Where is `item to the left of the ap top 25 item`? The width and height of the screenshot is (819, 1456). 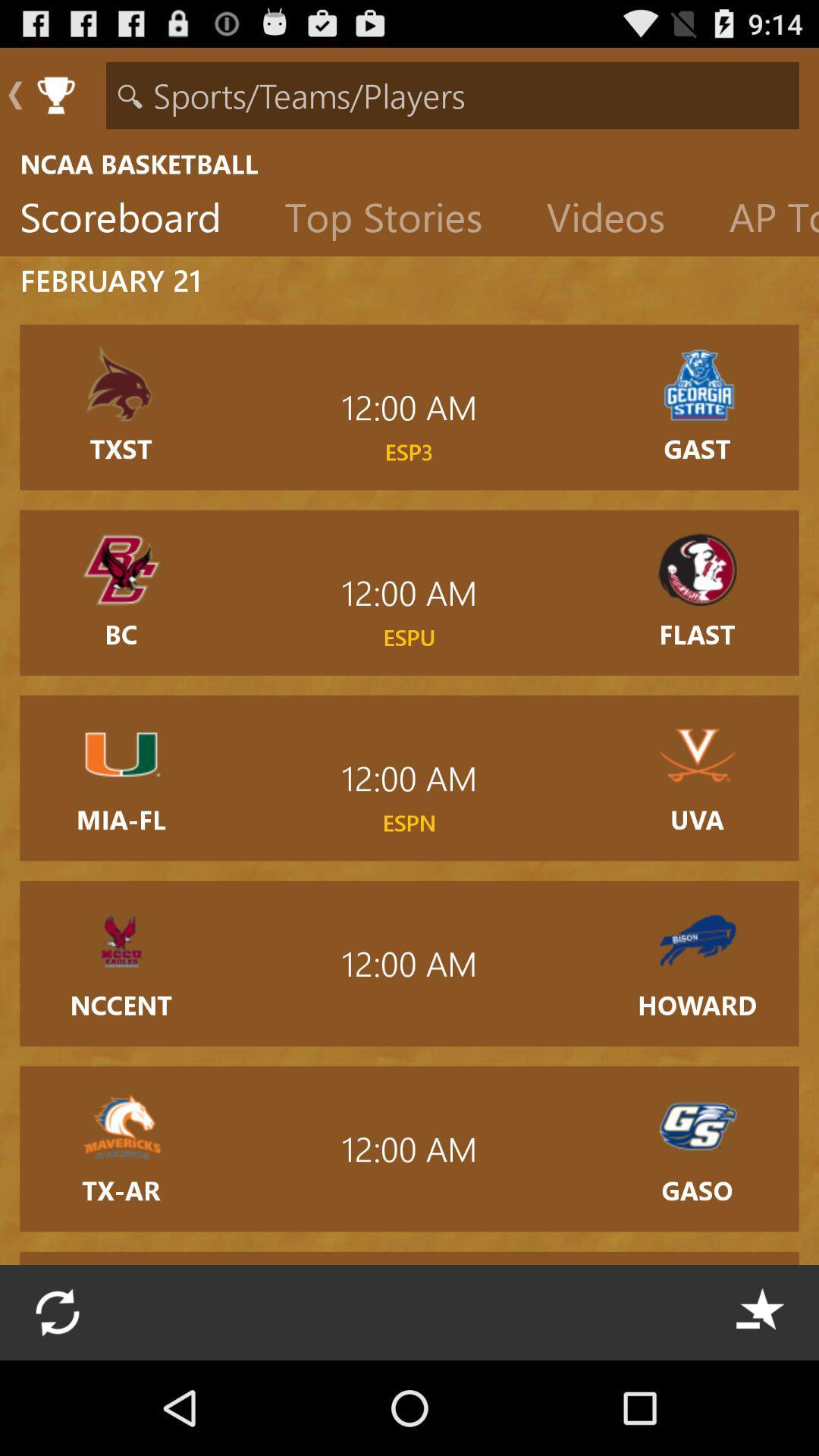
item to the left of the ap top 25 item is located at coordinates (617, 220).